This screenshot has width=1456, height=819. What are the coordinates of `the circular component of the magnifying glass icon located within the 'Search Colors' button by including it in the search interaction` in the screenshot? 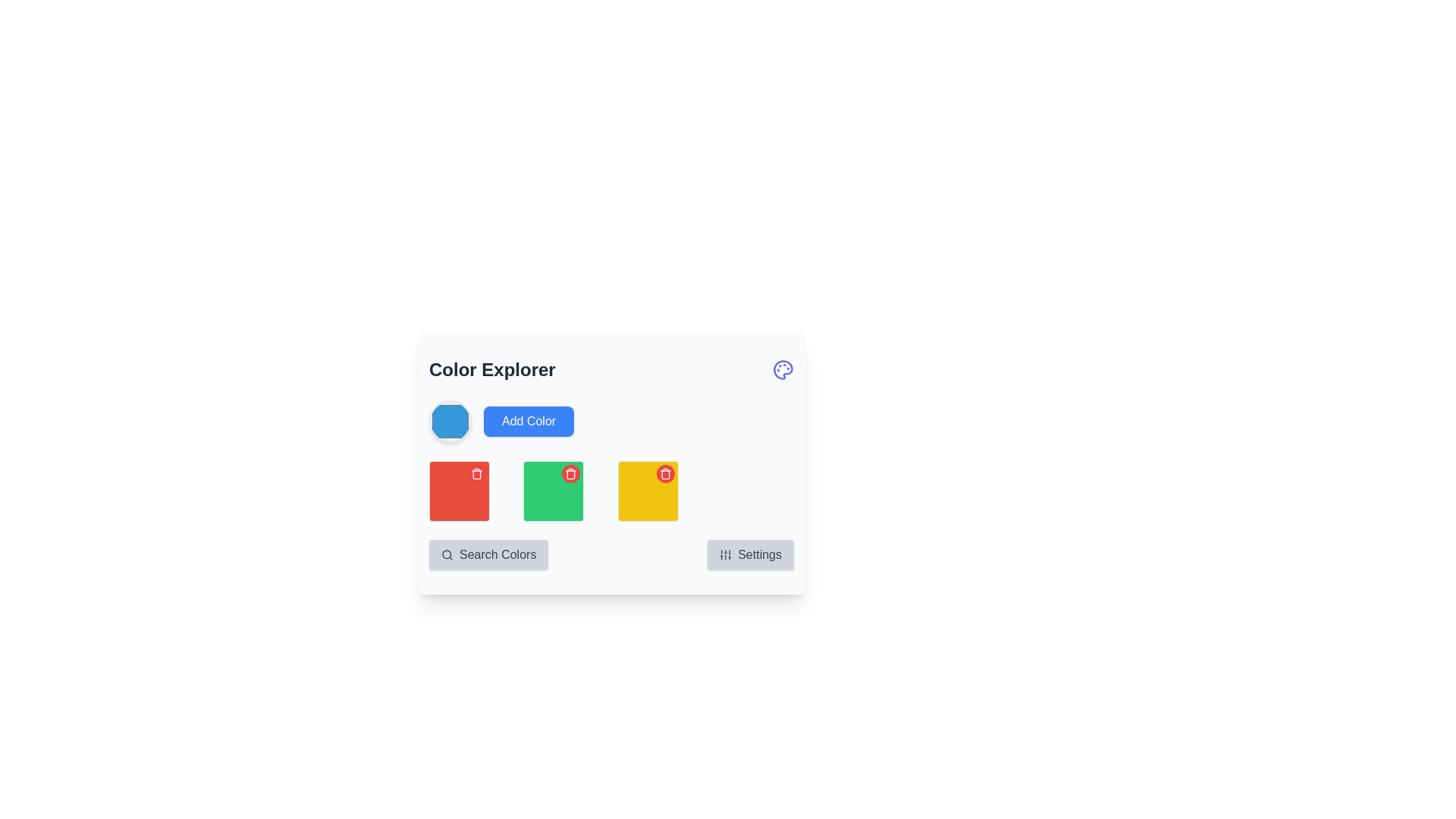 It's located at (446, 554).